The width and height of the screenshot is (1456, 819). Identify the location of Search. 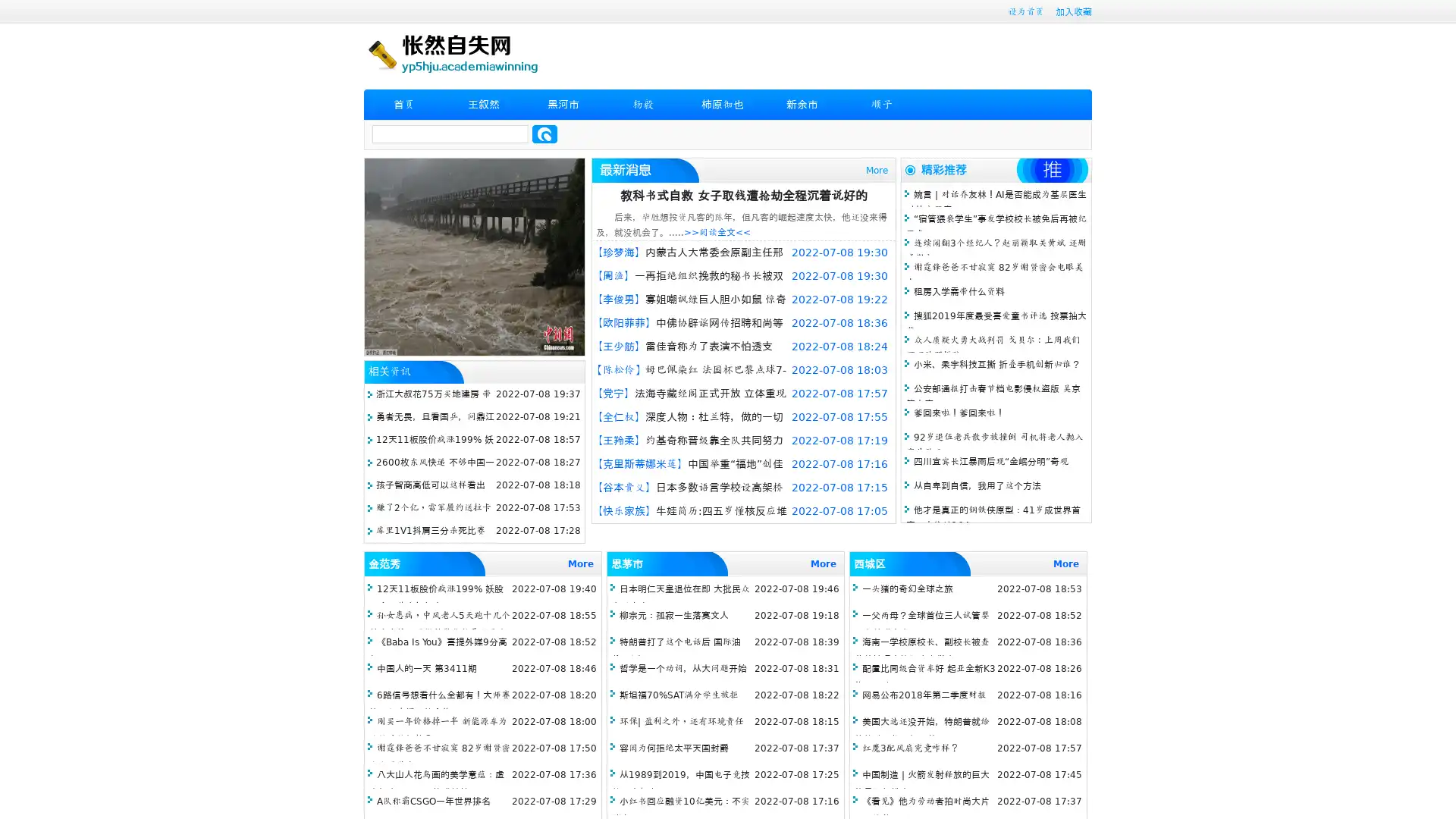
(544, 133).